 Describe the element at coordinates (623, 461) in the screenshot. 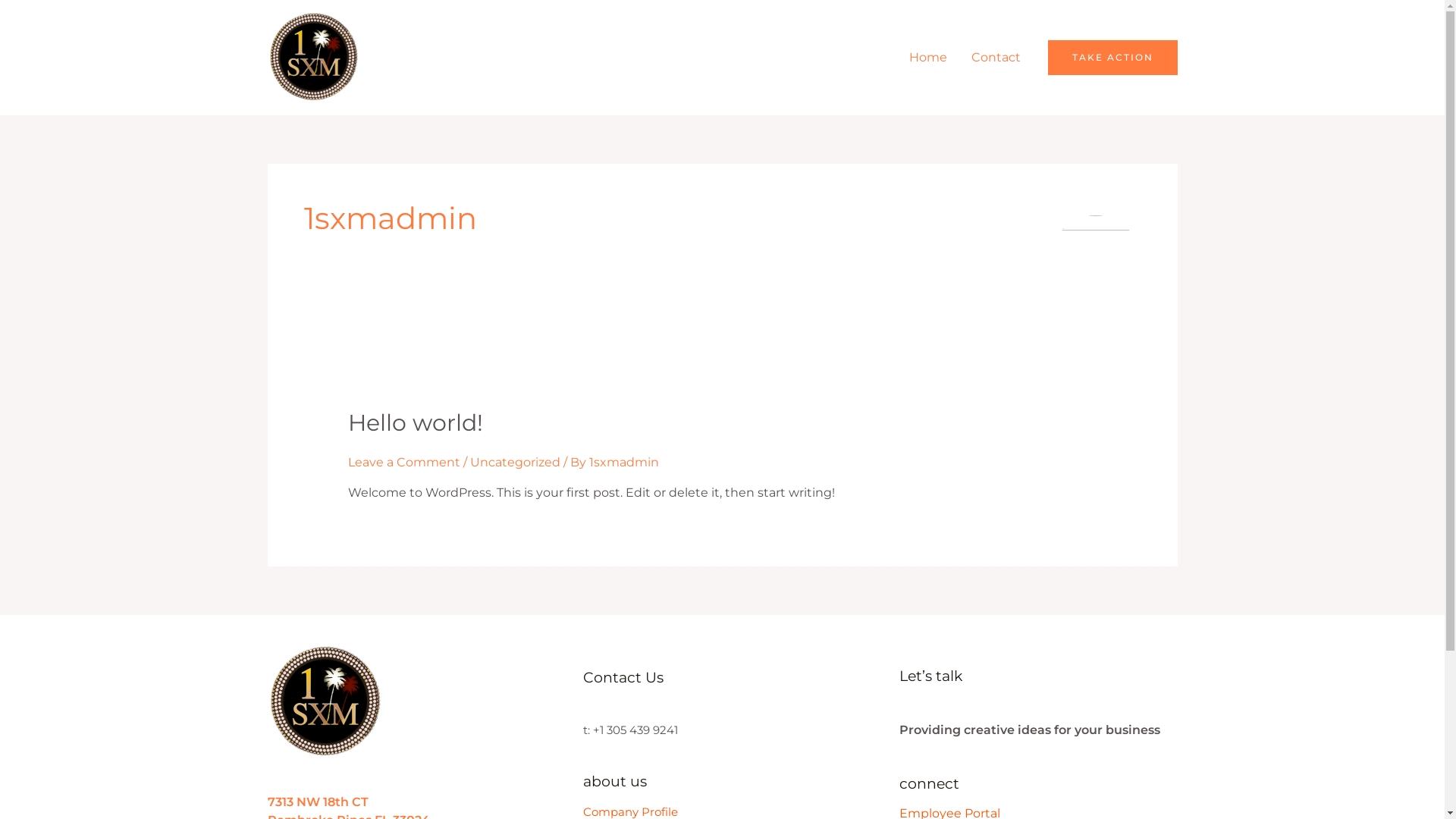

I see `'1sxmadmin'` at that location.